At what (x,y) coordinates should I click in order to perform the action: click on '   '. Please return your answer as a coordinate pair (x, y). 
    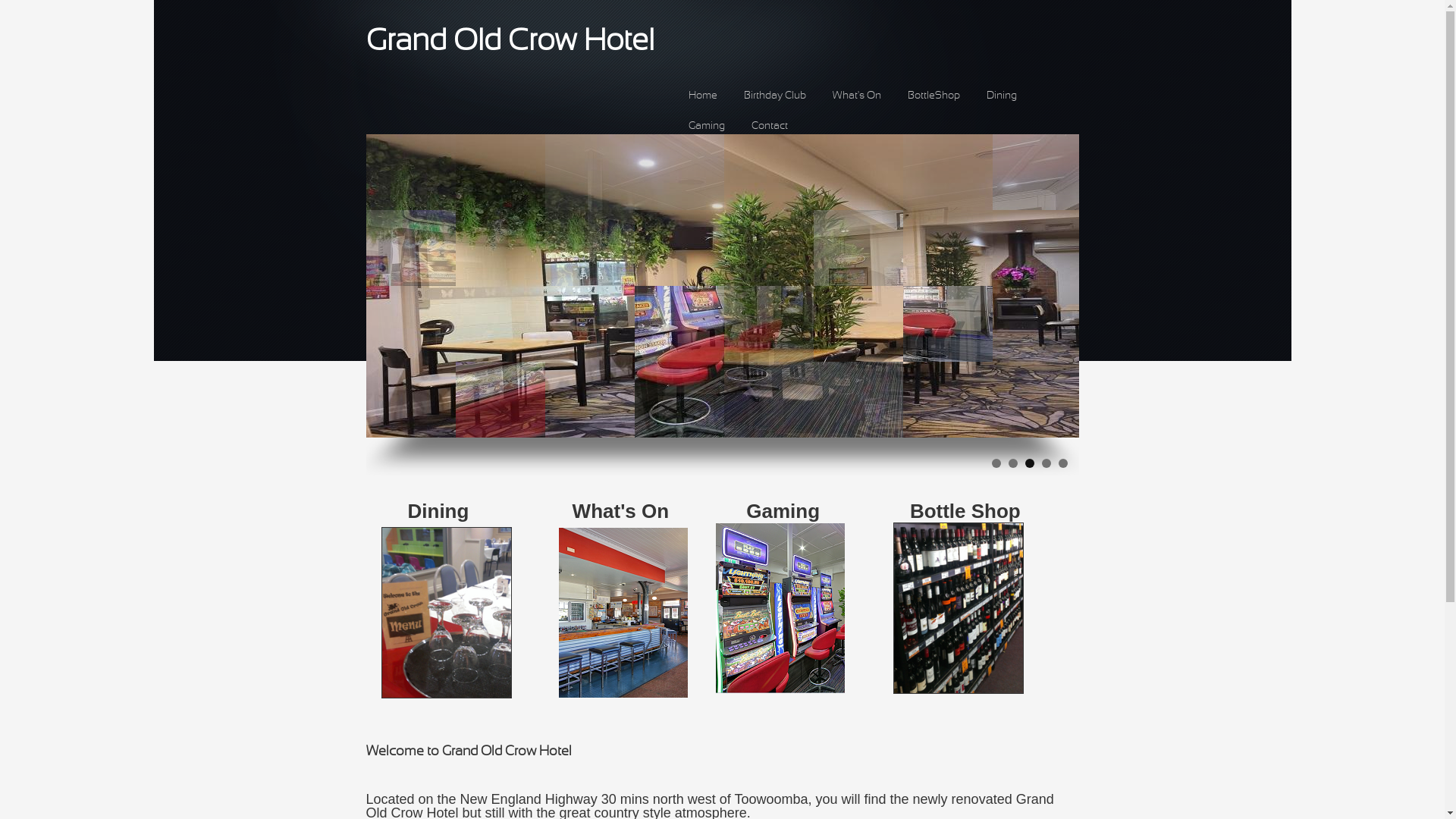
    Looking at the image, I should click on (888, 690).